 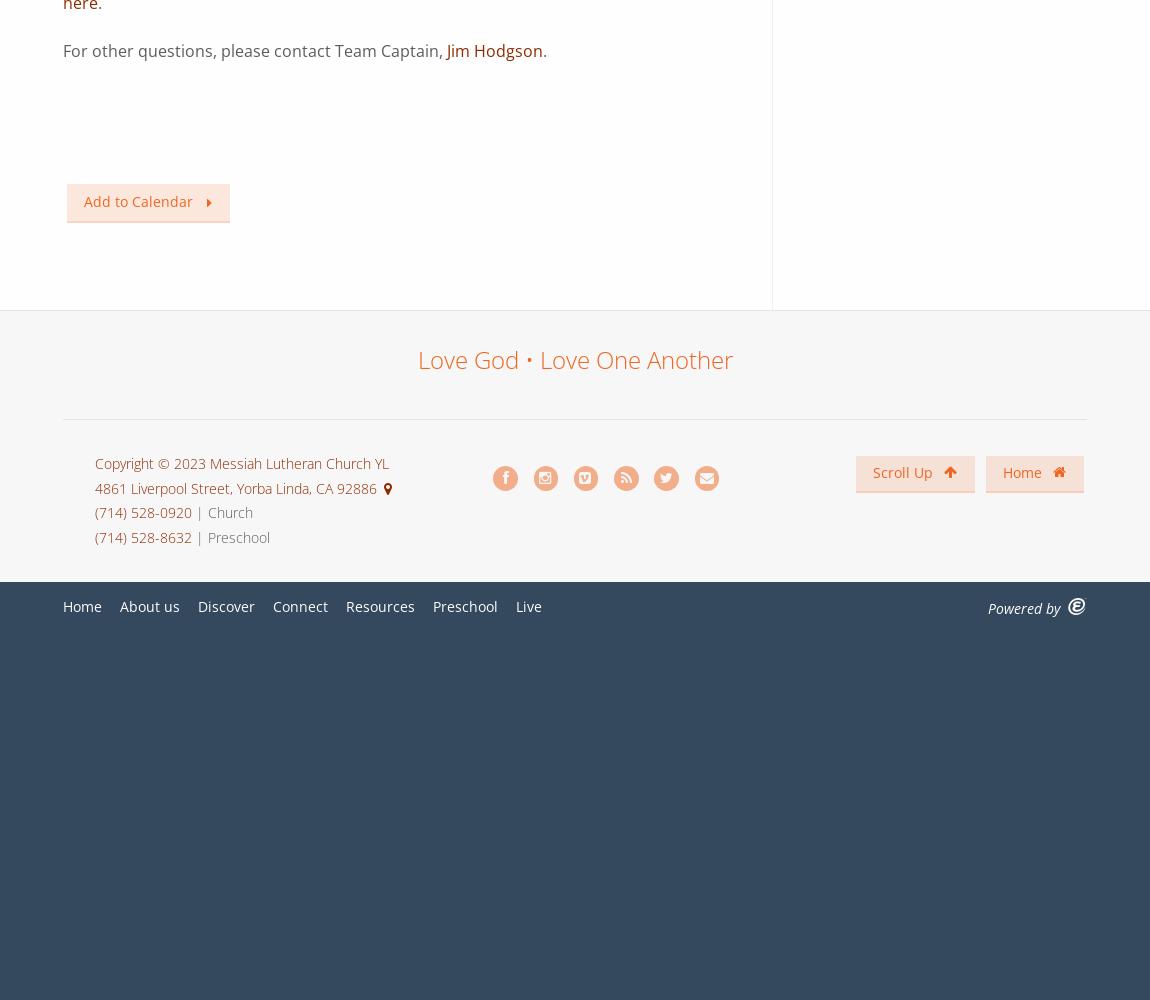 I want to click on 'Jim Hodgson', so click(x=447, y=50).